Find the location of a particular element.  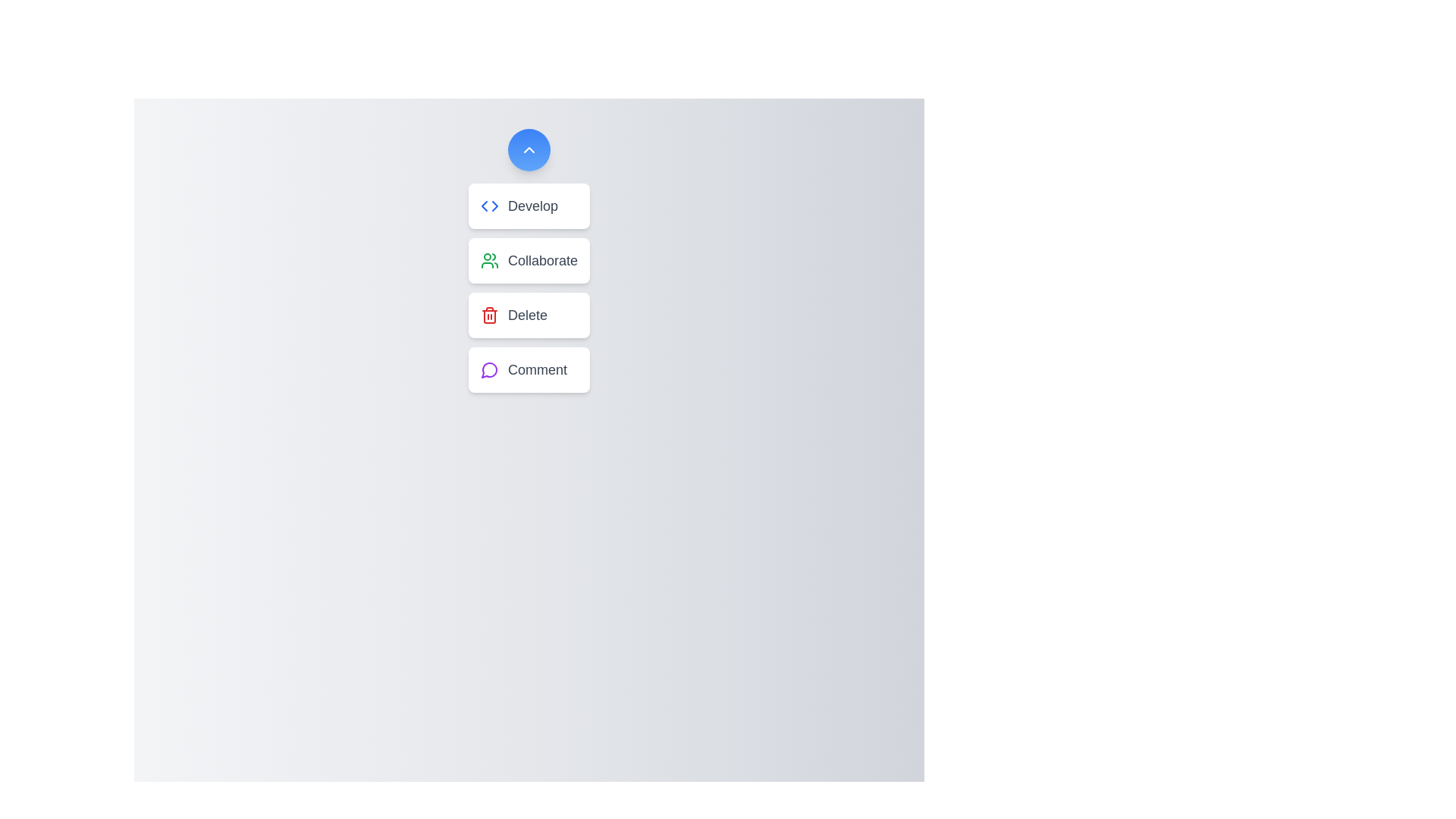

the button labeled Develop is located at coordinates (529, 206).